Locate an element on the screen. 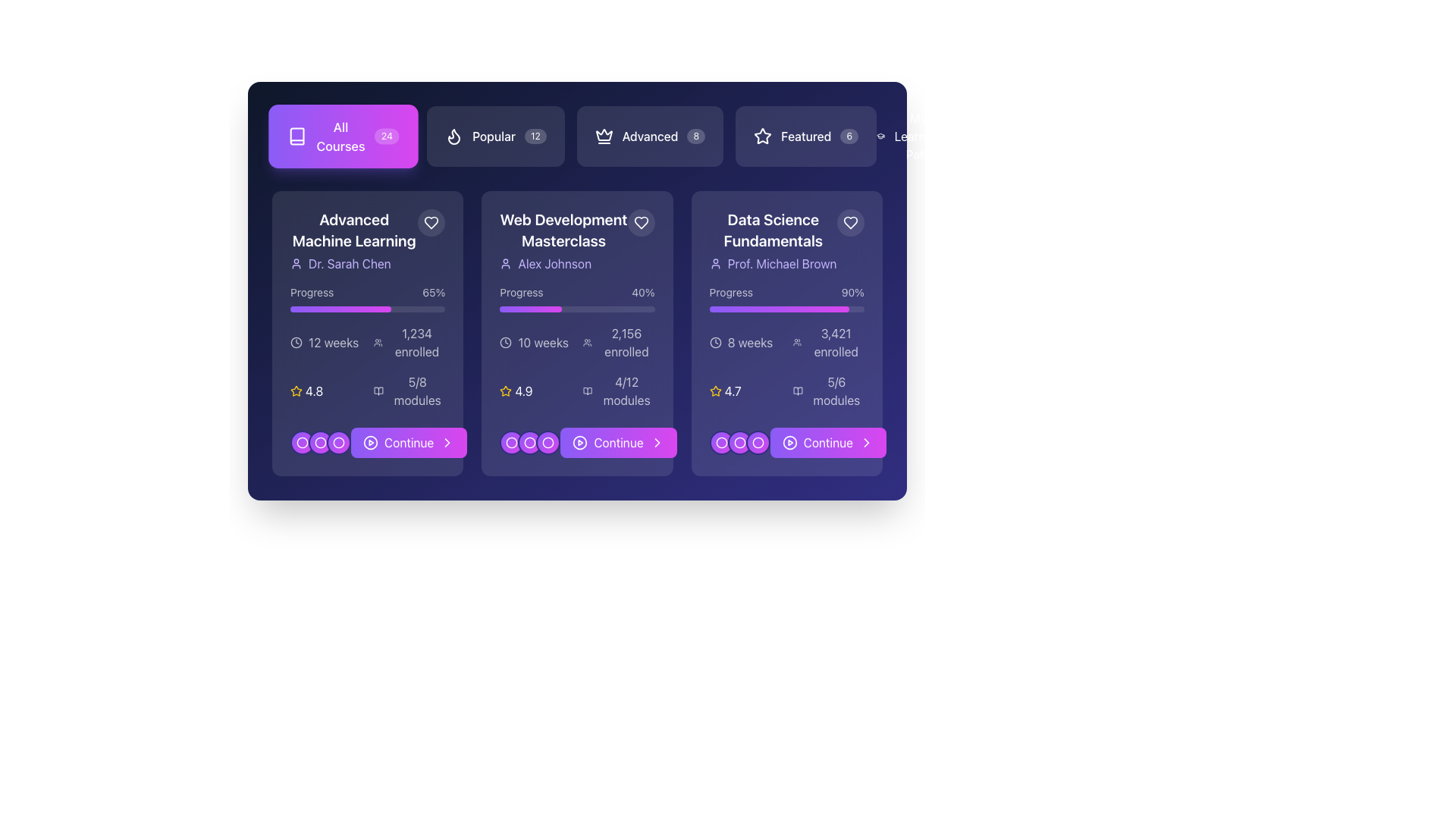 This screenshot has width=1456, height=819. the text label within the middle 'Continue' button associated with the 'Web Development Masterclass' course is located at coordinates (619, 442).